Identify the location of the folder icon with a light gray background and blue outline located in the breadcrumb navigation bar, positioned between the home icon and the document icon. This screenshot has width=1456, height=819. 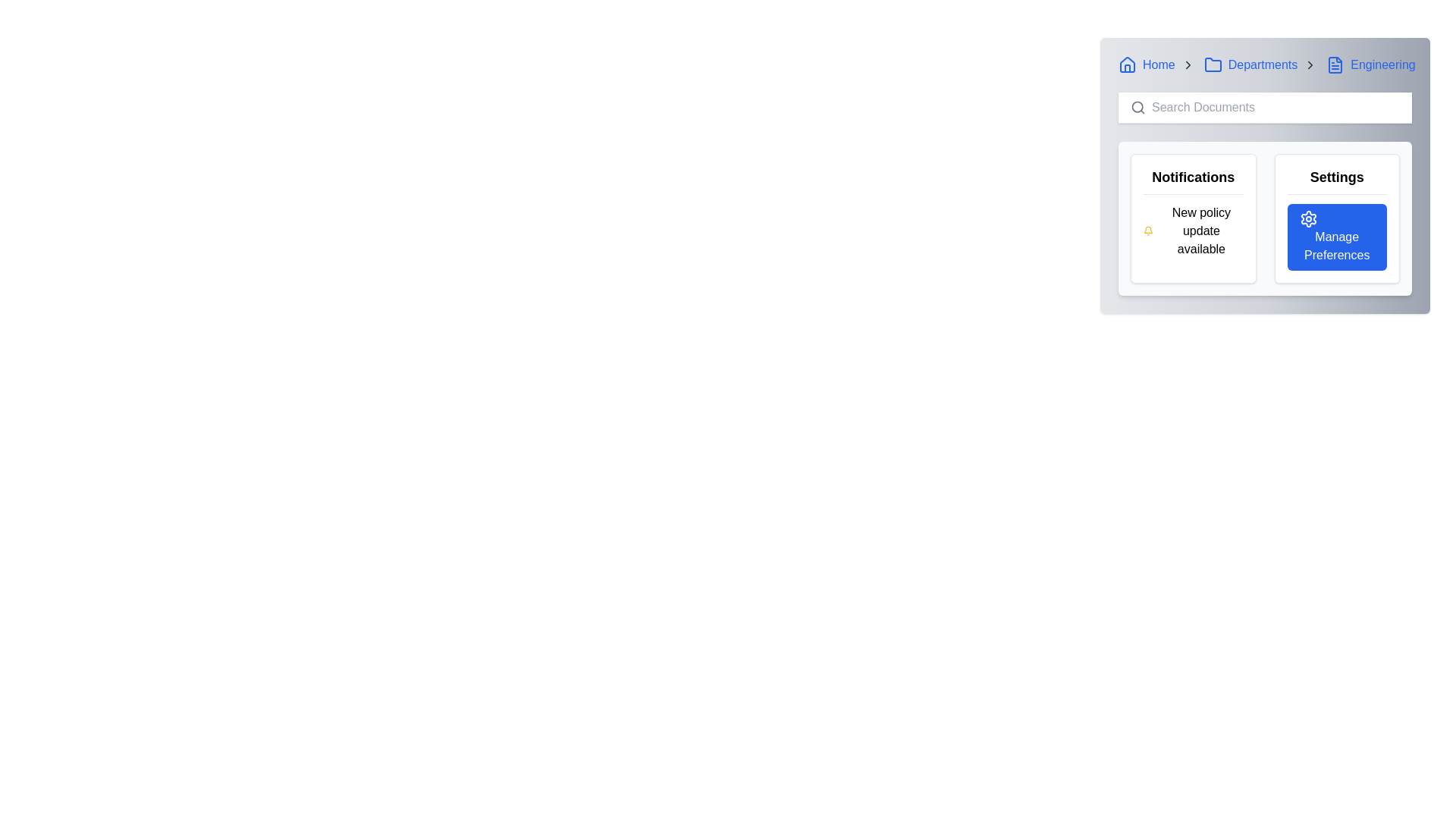
(1212, 64).